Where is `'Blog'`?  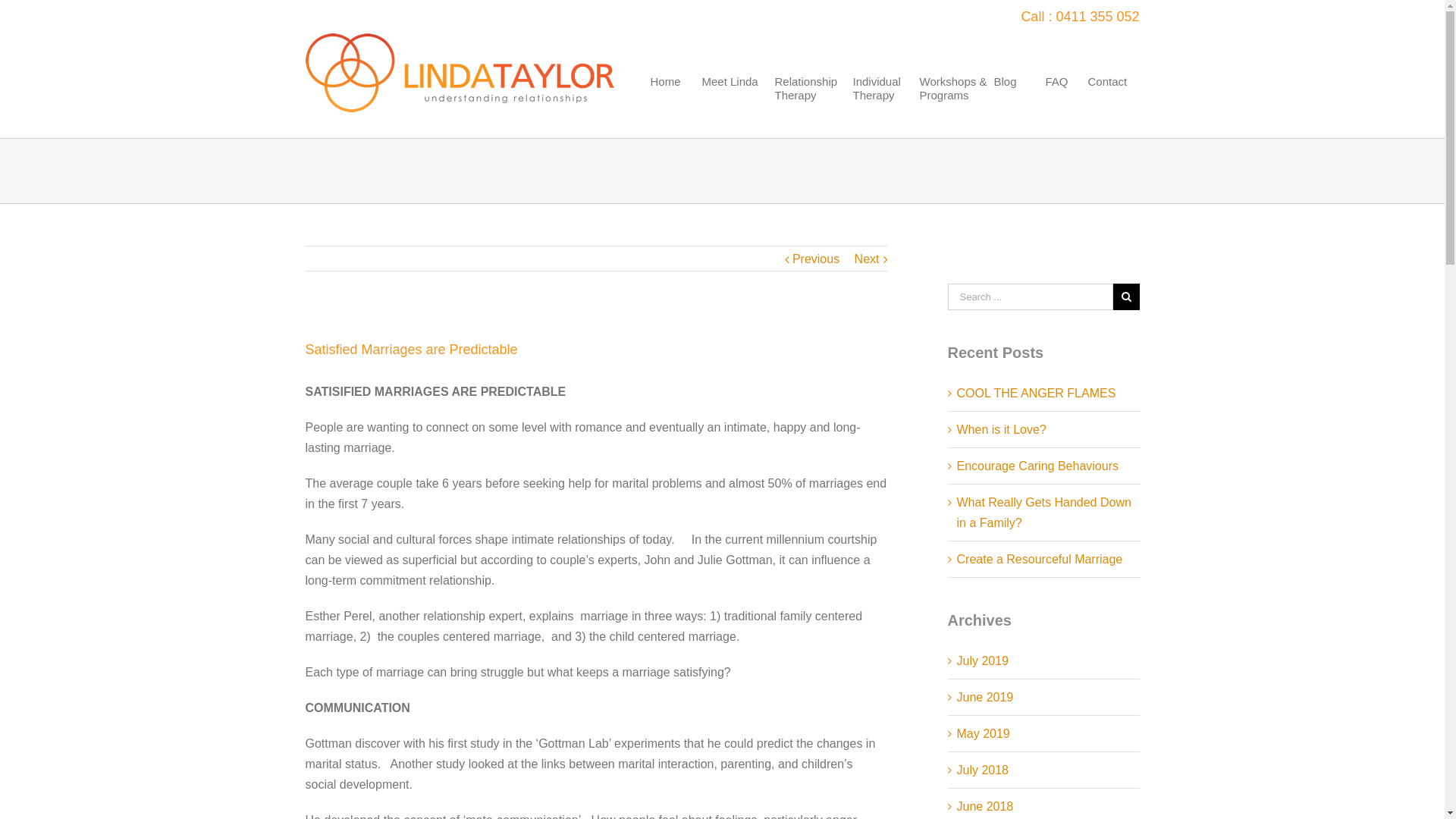 'Blog' is located at coordinates (993, 105).